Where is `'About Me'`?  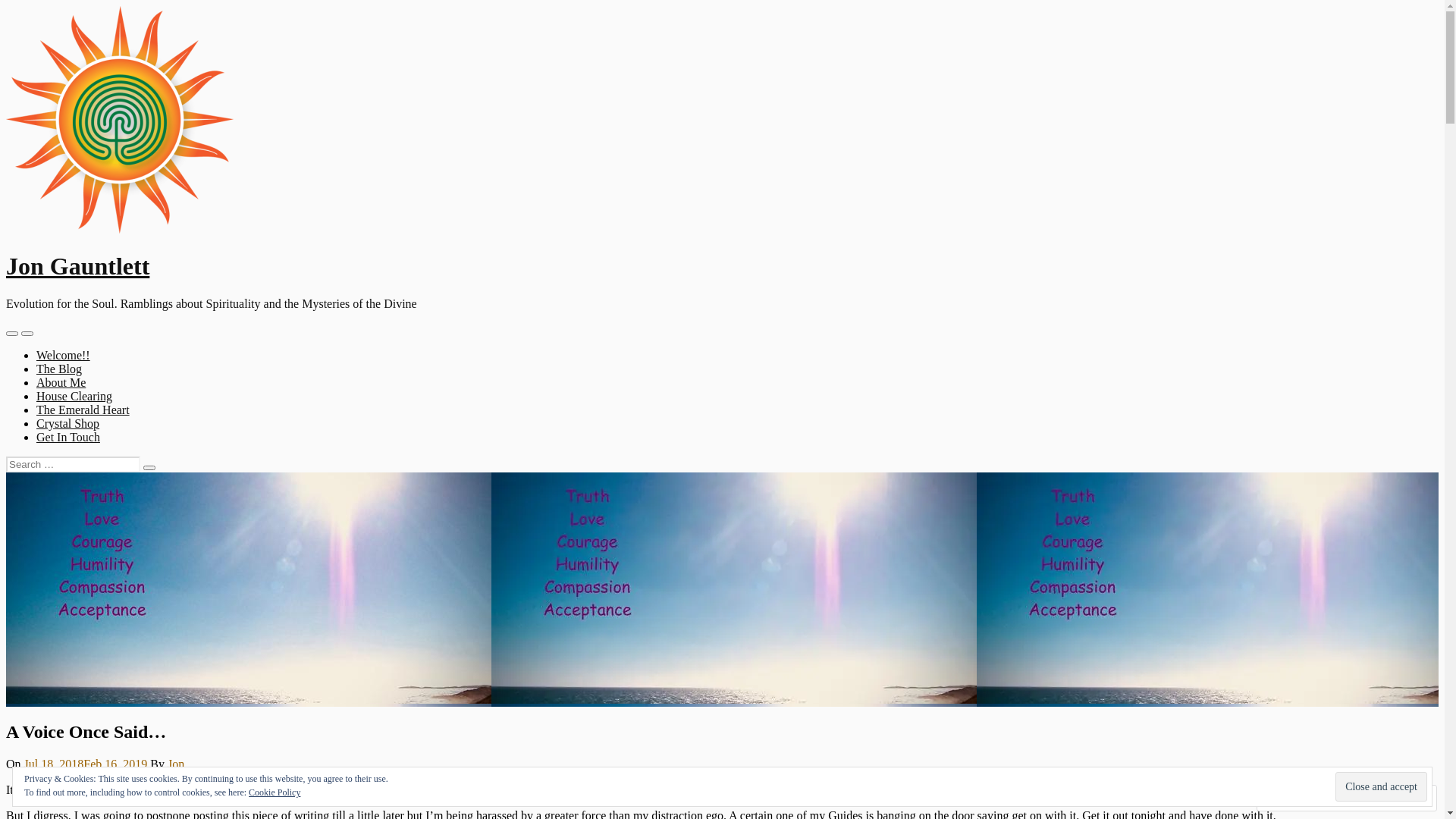
'About Me' is located at coordinates (36, 381).